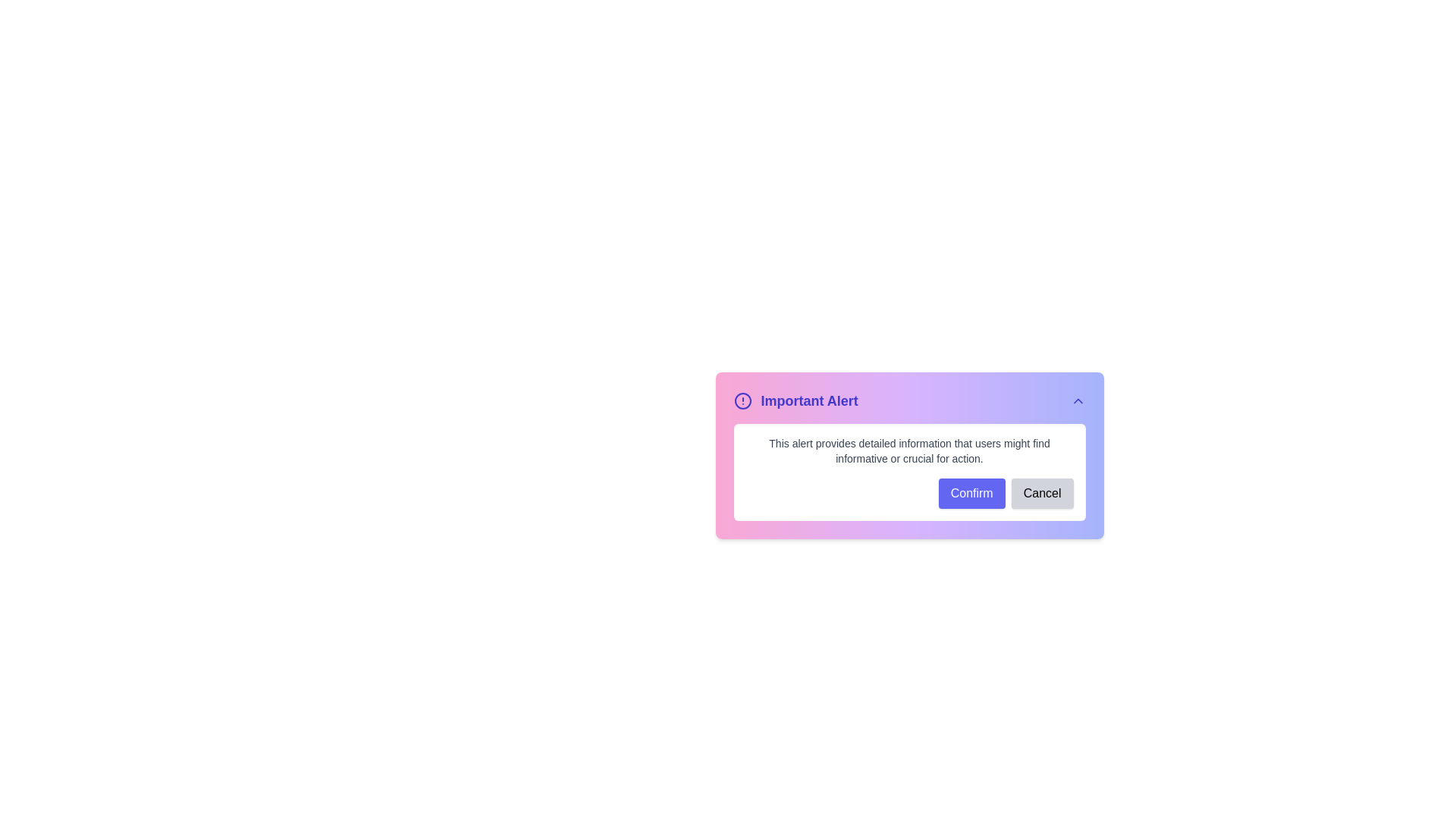 The width and height of the screenshot is (1456, 819). Describe the element at coordinates (971, 494) in the screenshot. I see `the Confirm button to confirm the action` at that location.